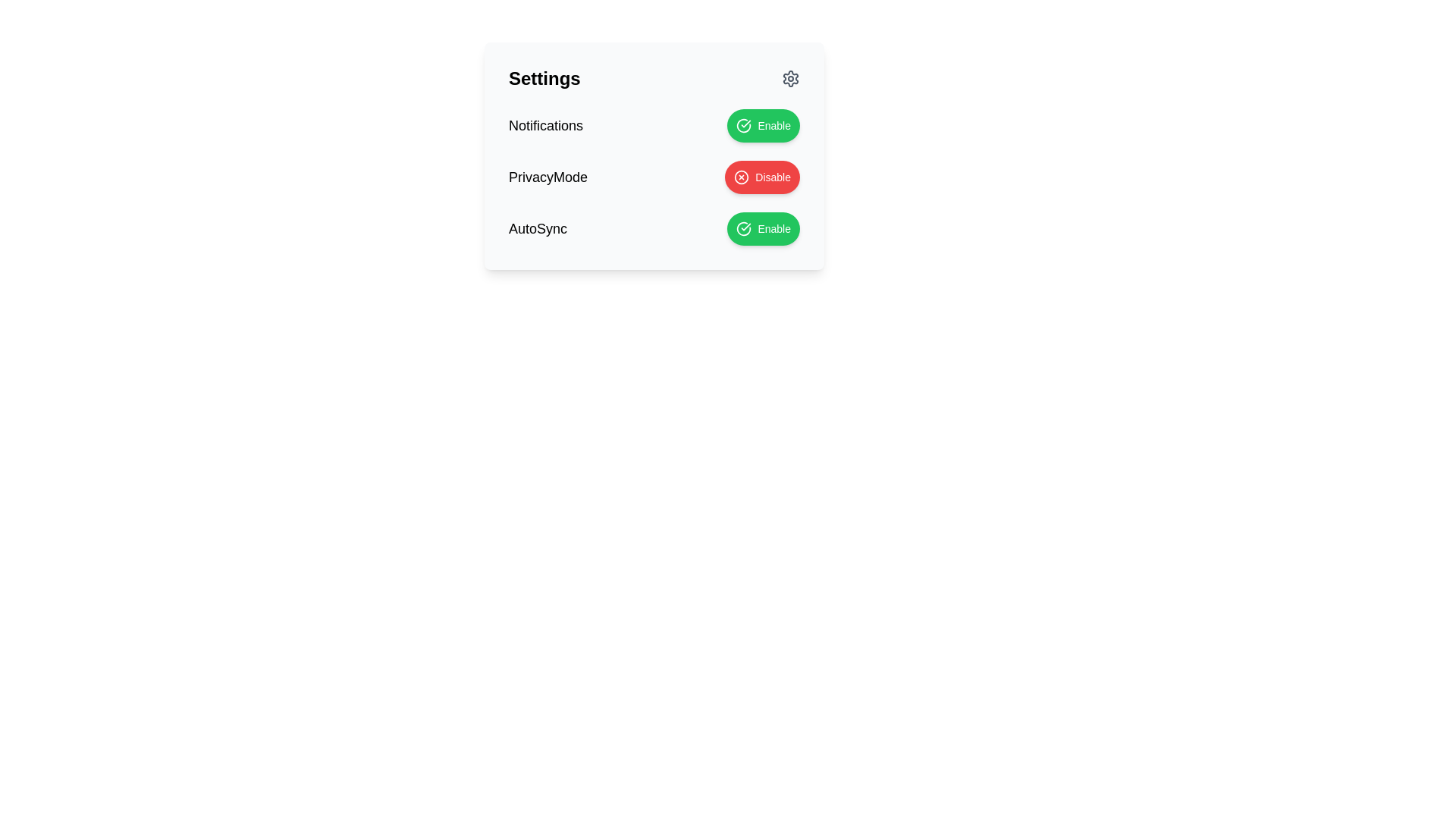 The width and height of the screenshot is (1456, 819). What do you see at coordinates (789, 79) in the screenshot?
I see `the gear SVG icon in the upper-right corner of the header bar labeled 'Settings'` at bounding box center [789, 79].